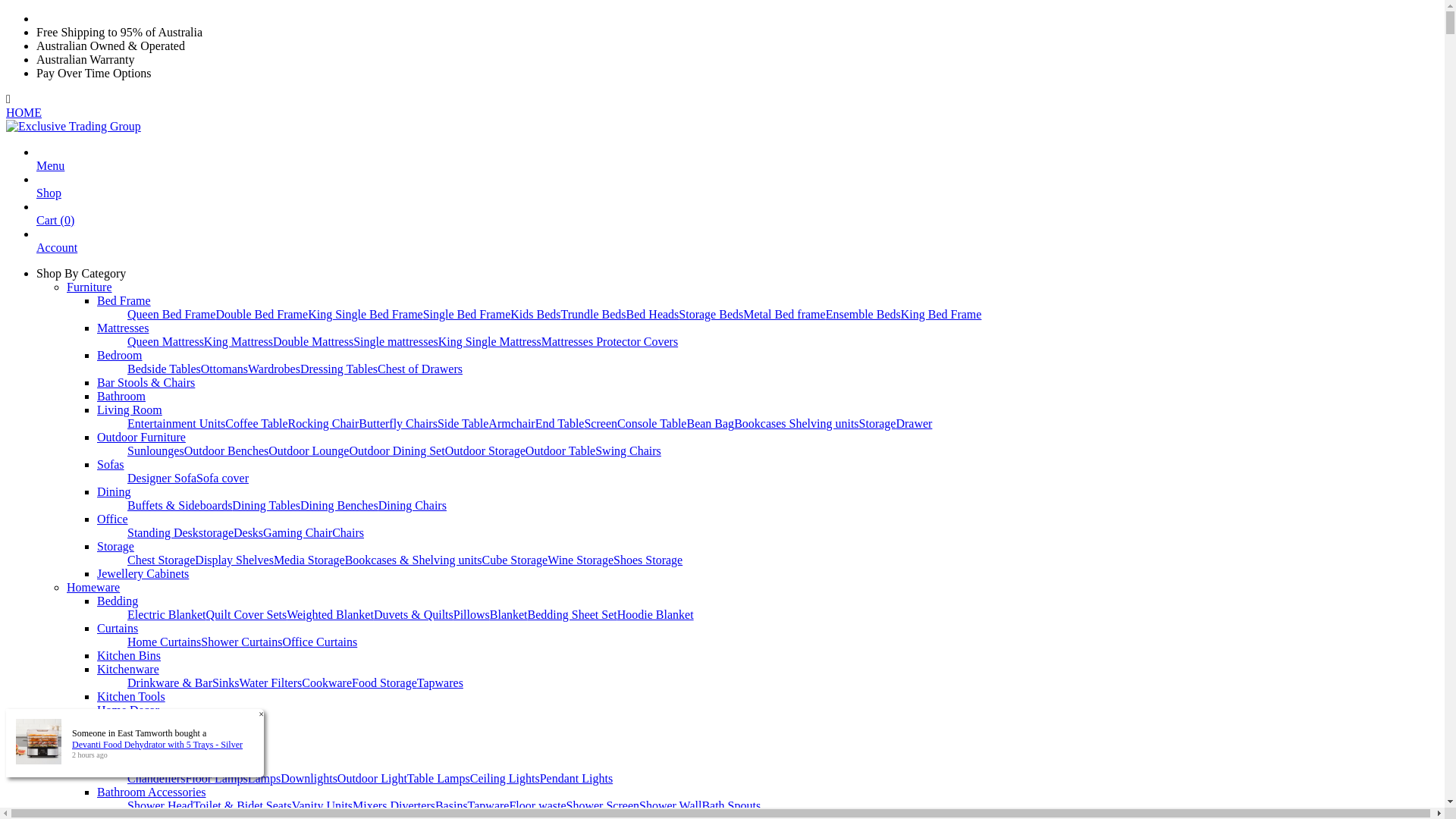  What do you see at coordinates (163, 532) in the screenshot?
I see `'Standing Desk'` at bounding box center [163, 532].